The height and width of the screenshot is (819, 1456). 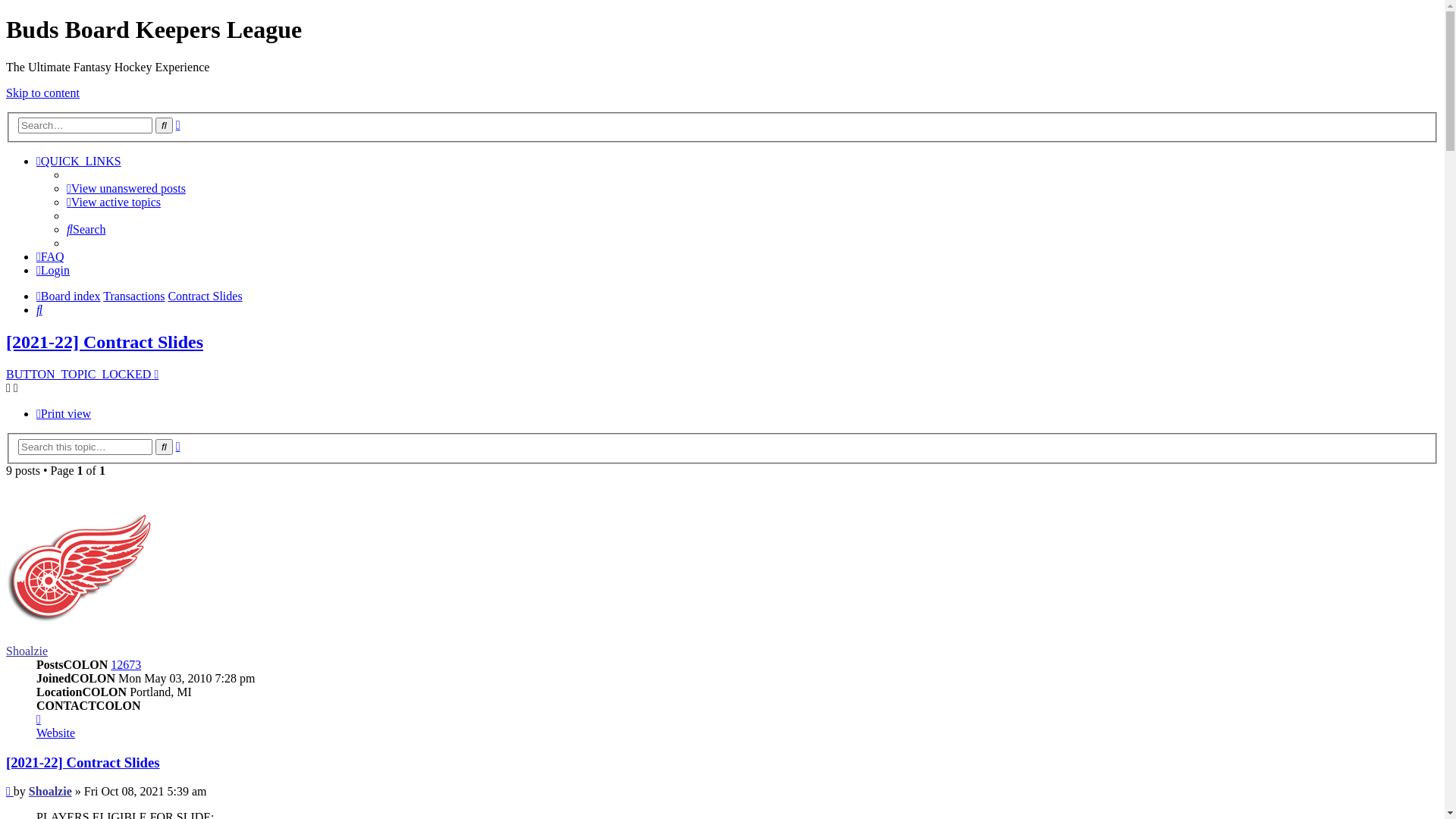 What do you see at coordinates (11, 387) in the screenshot?
I see `'TOPIC_TOOLS'` at bounding box center [11, 387].